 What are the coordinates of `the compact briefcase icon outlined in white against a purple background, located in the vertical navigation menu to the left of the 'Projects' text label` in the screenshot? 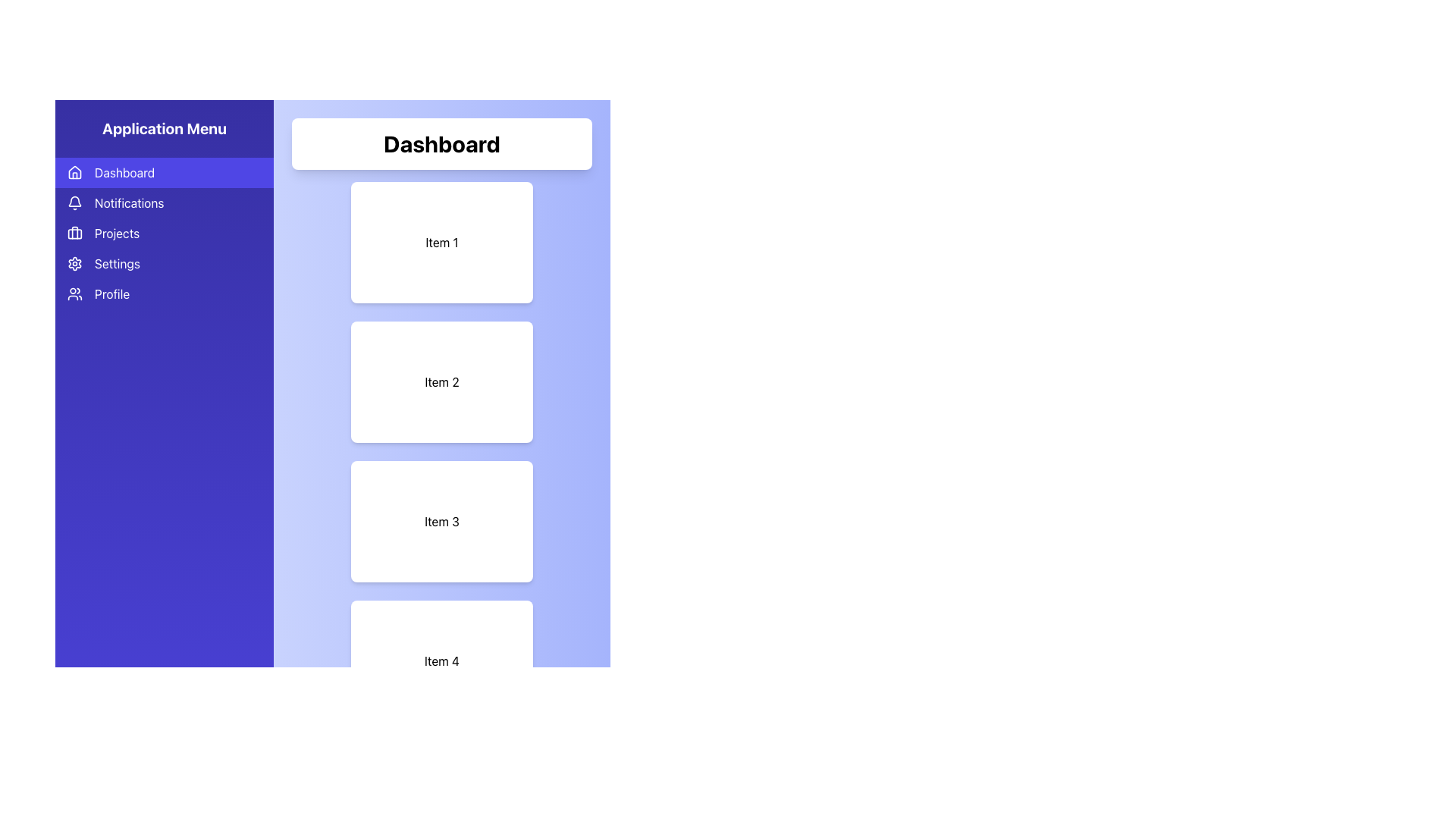 It's located at (74, 234).